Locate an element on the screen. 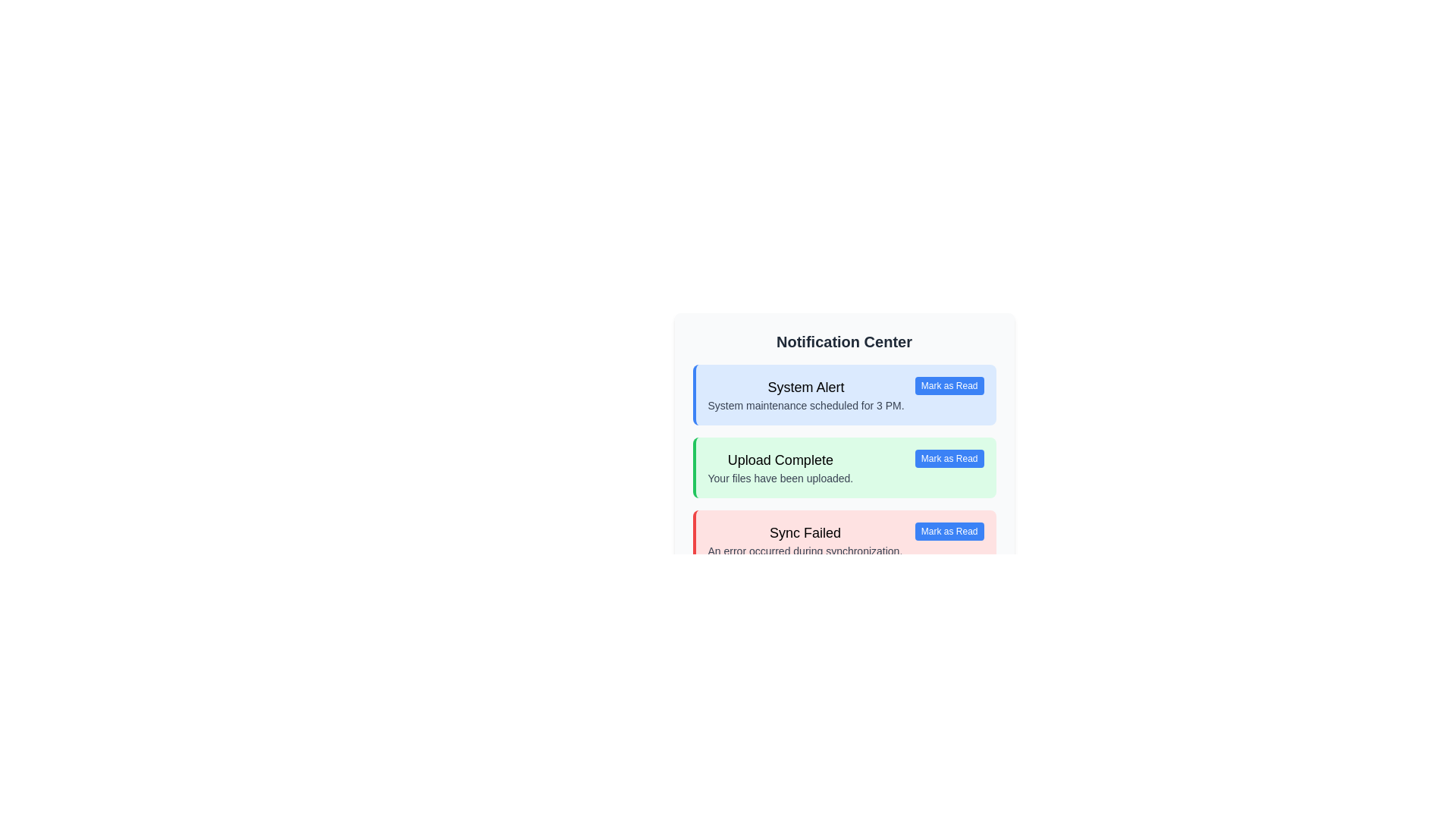 This screenshot has width=1456, height=819. the 'System Alert' text label, which is styled with a larger font size and bold weight, located within the notification box in the Notification Center is located at coordinates (805, 386).